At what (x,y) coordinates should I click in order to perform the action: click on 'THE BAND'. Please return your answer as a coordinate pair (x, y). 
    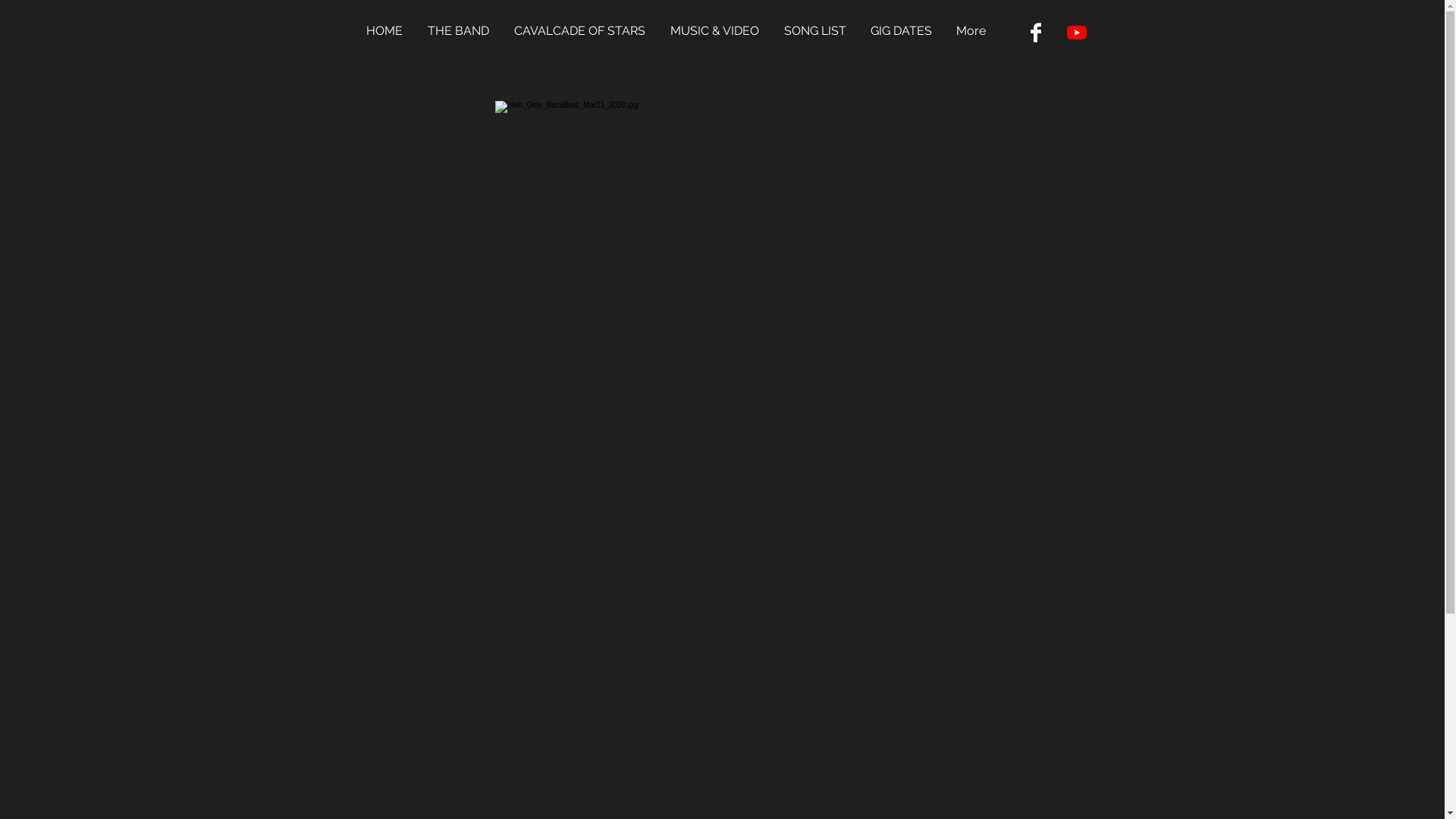
    Looking at the image, I should click on (462, 30).